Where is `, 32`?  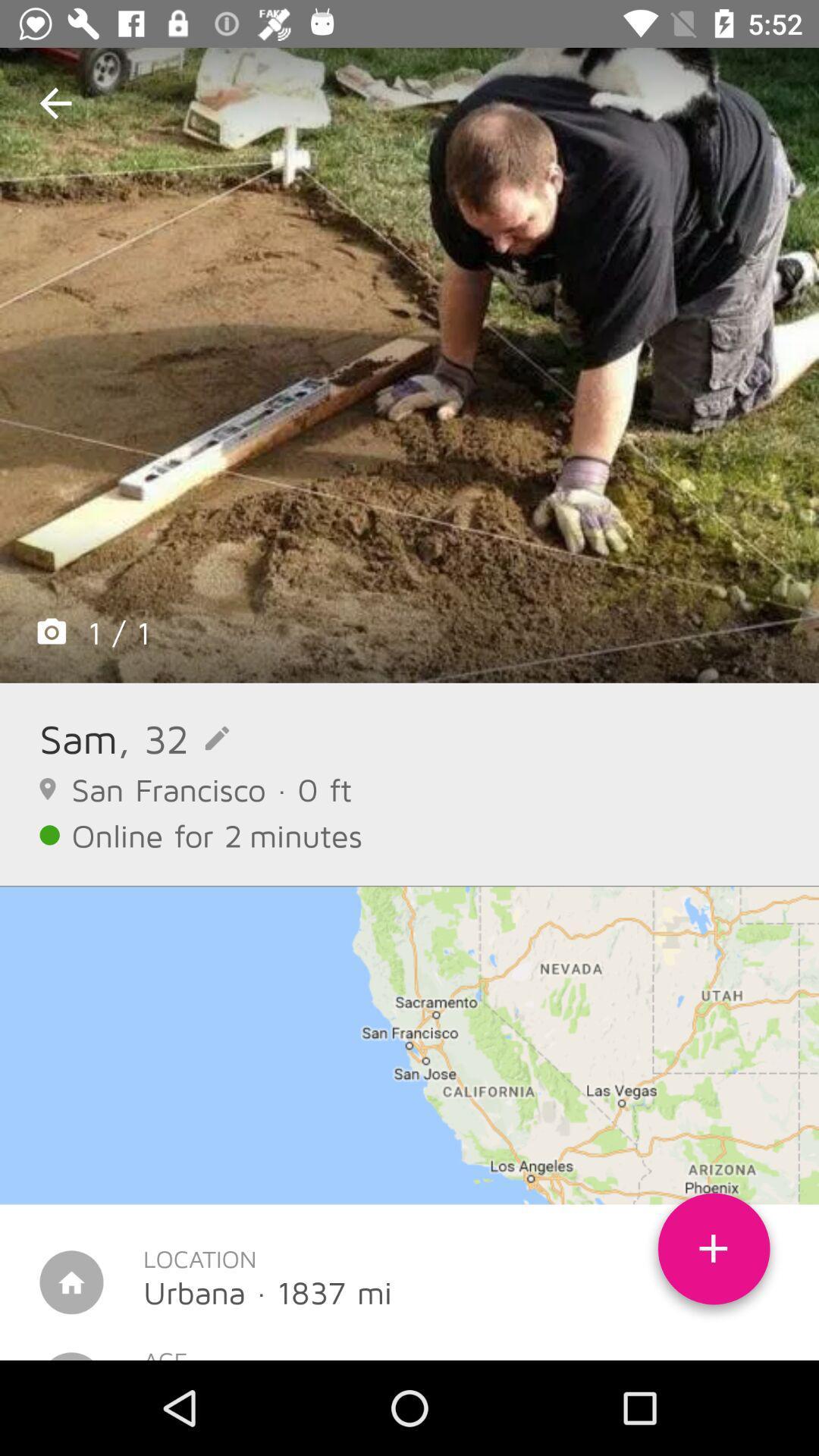
, 32 is located at coordinates (172, 738).